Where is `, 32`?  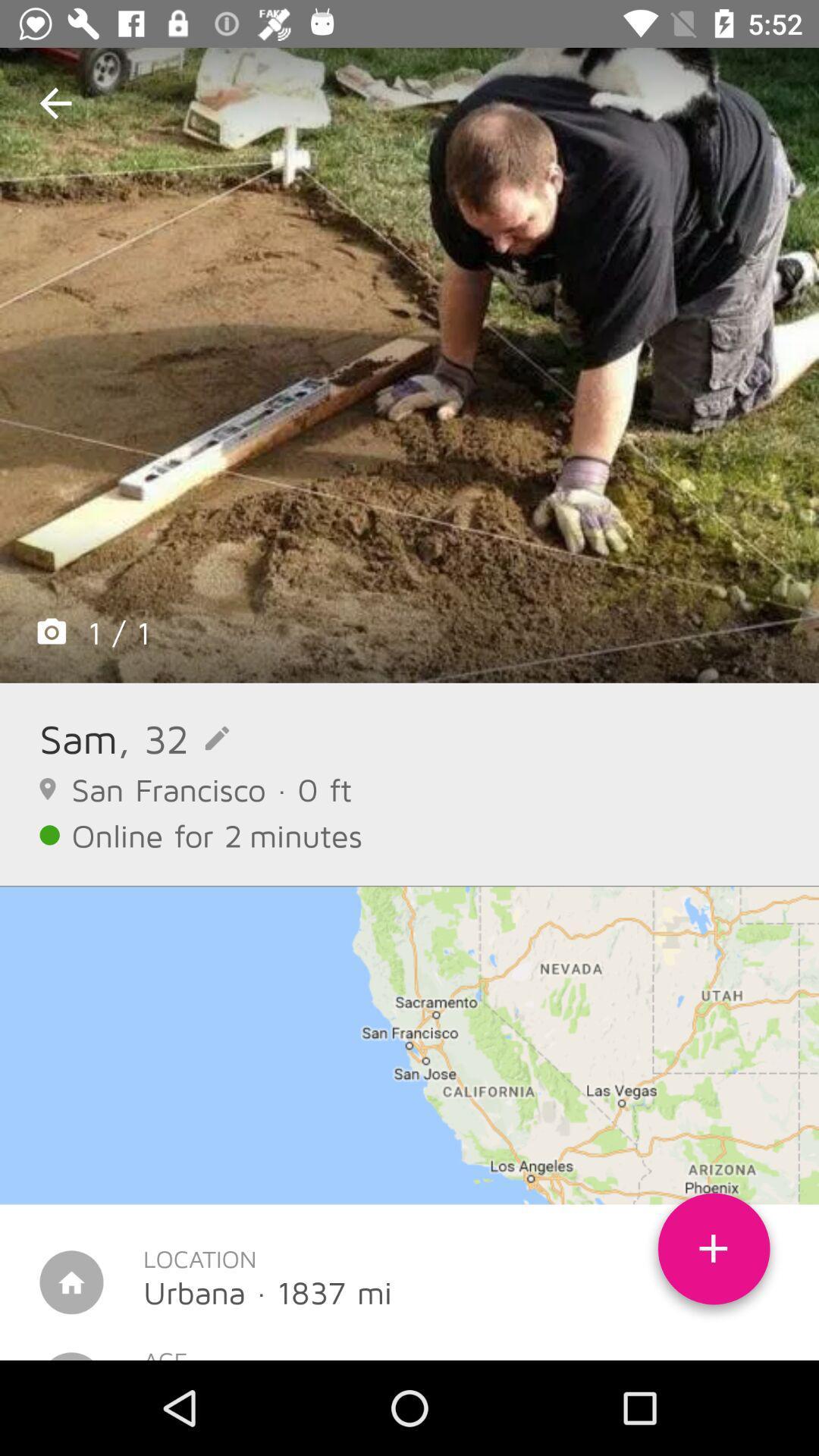
, 32 is located at coordinates (172, 738).